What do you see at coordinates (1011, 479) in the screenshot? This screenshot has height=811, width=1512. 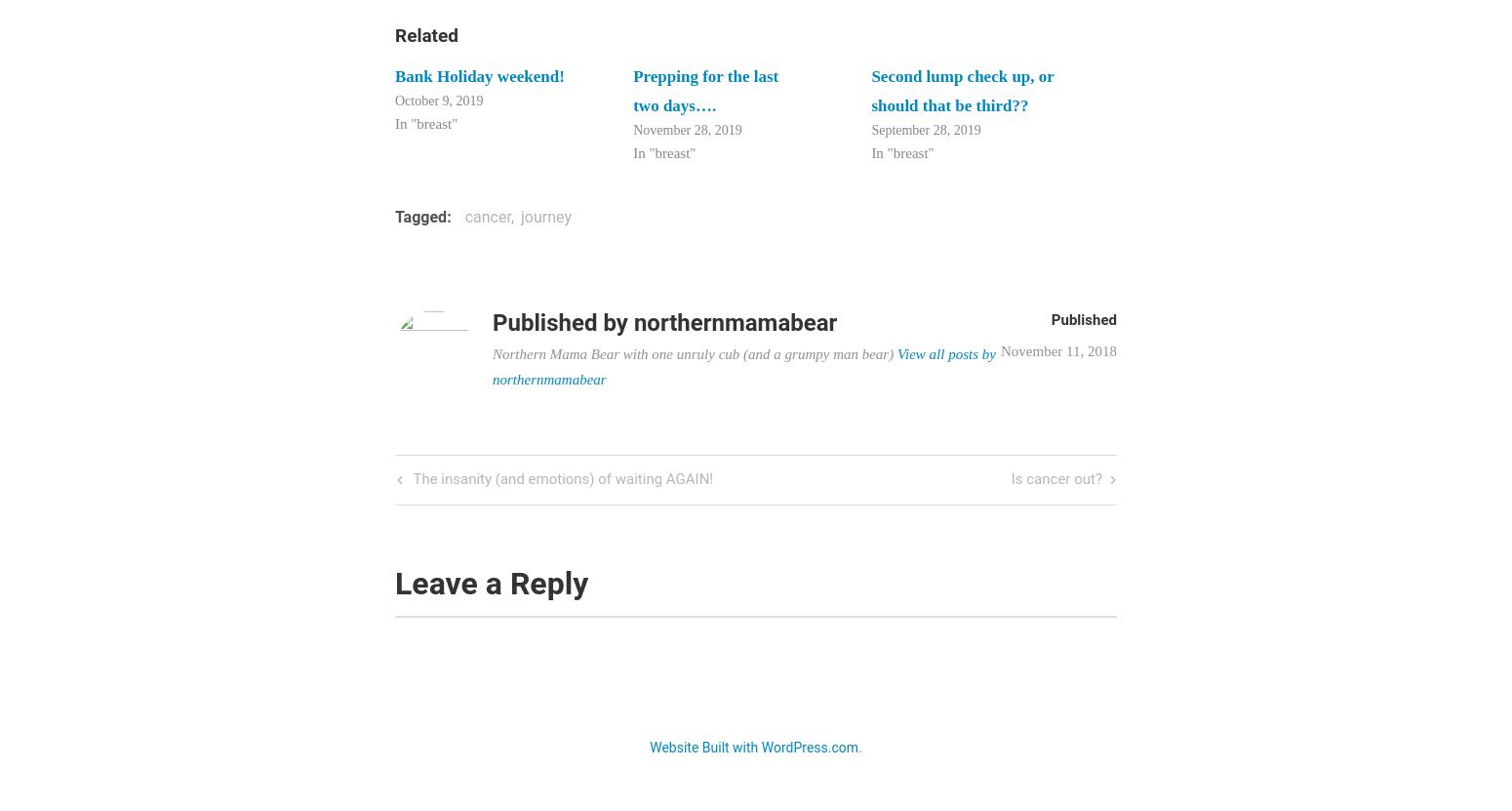 I see `'Is cancer out?'` at bounding box center [1011, 479].